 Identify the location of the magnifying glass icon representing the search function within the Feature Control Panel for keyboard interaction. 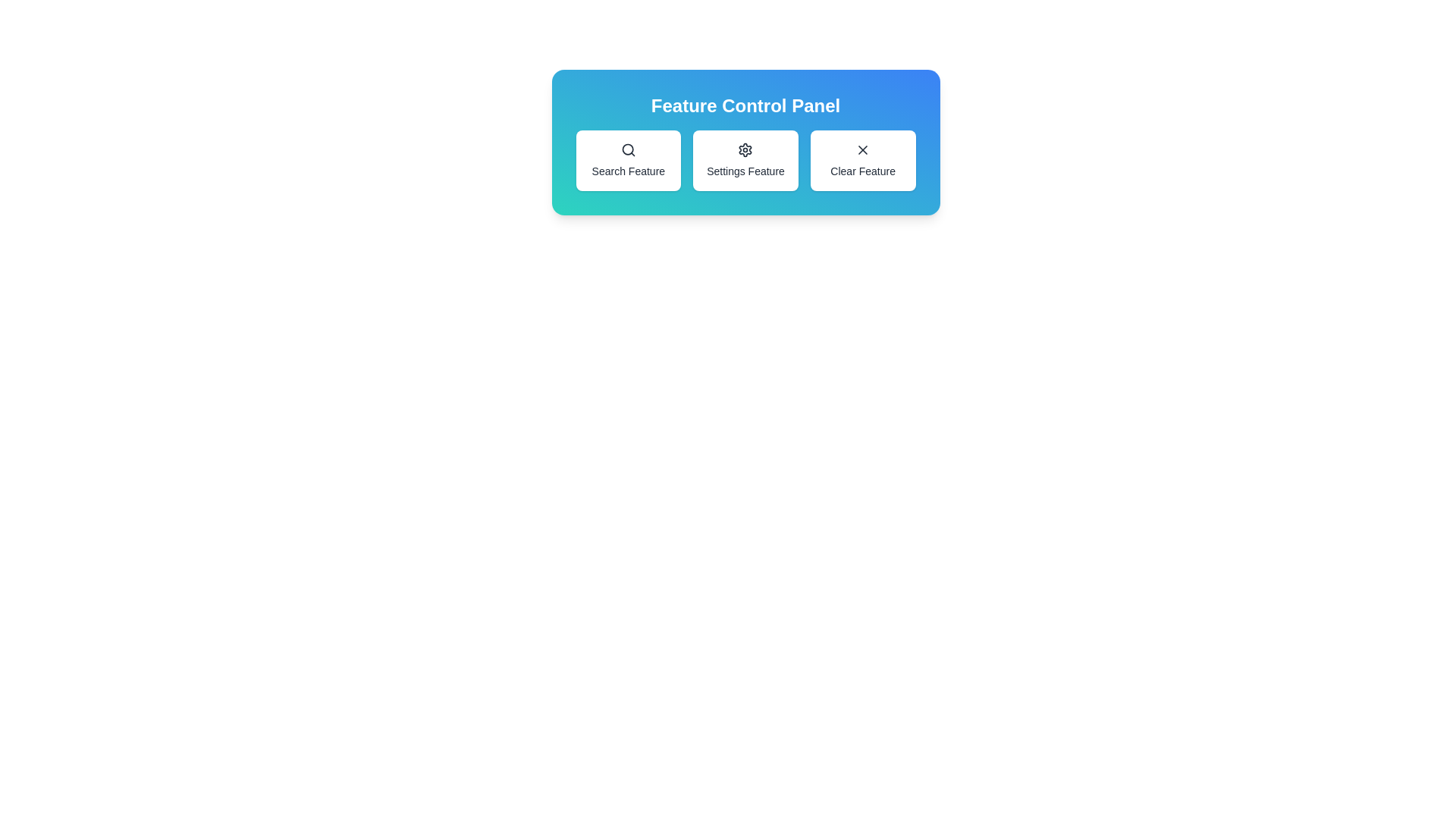
(628, 149).